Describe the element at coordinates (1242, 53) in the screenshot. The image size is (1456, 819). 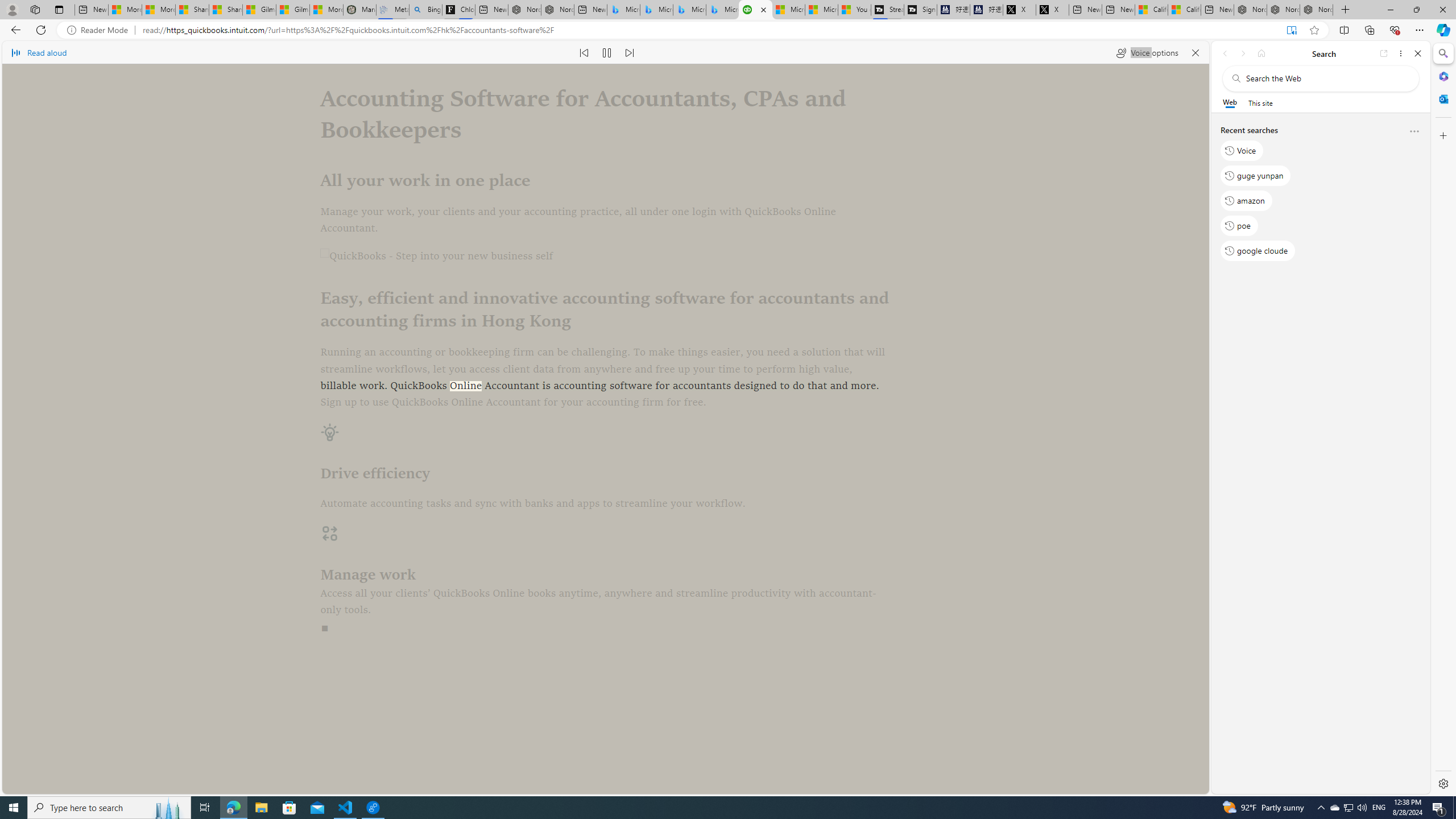
I see `'Forward'` at that location.